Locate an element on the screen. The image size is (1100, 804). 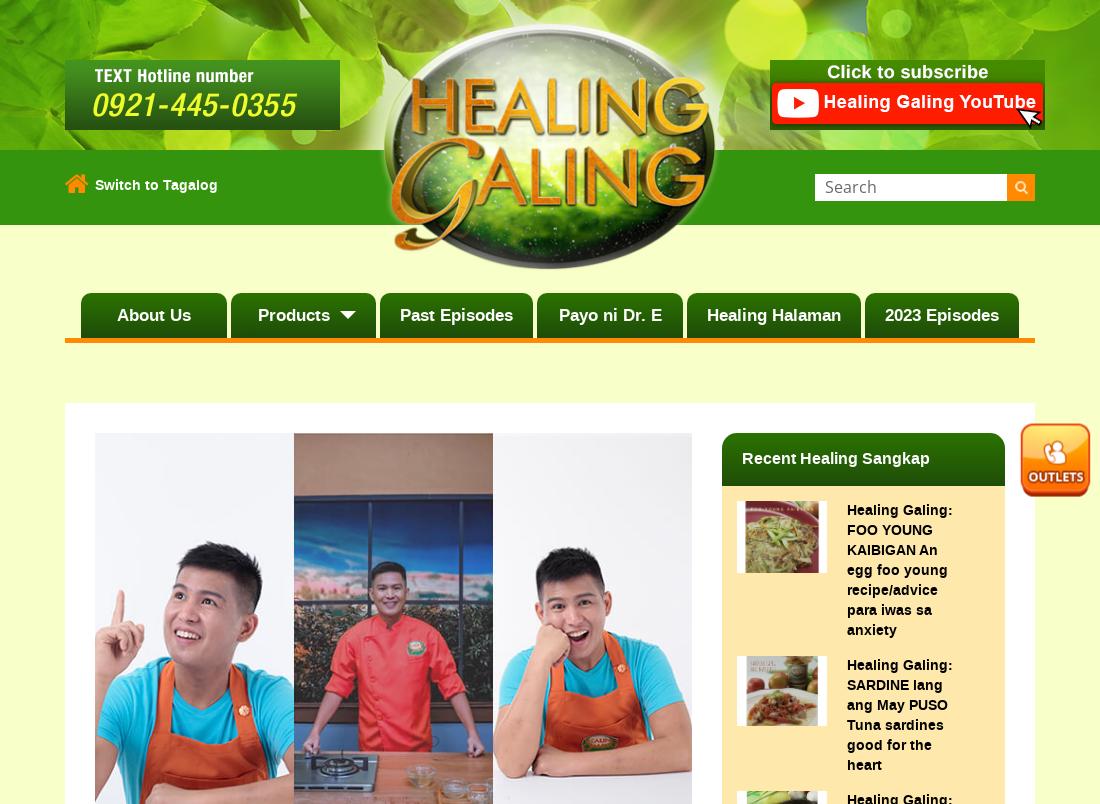
'Healing Halaman' is located at coordinates (772, 314).